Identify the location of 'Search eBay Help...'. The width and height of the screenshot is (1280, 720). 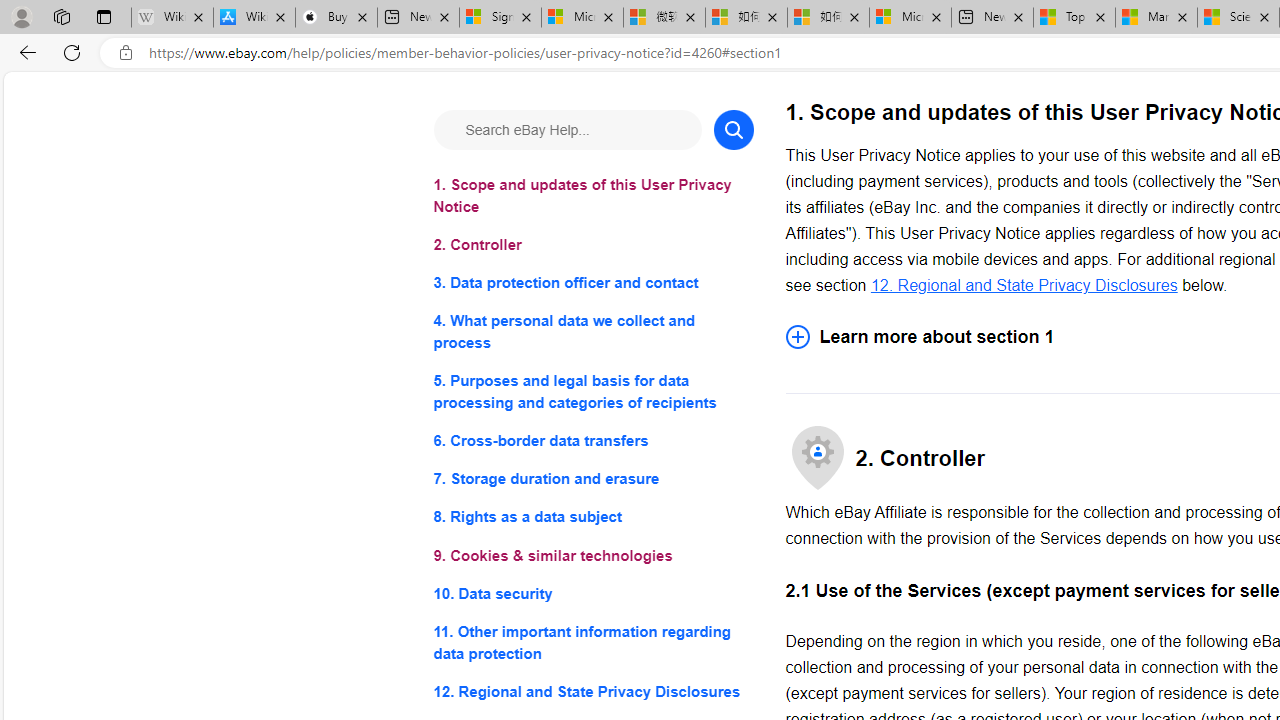
(566, 129).